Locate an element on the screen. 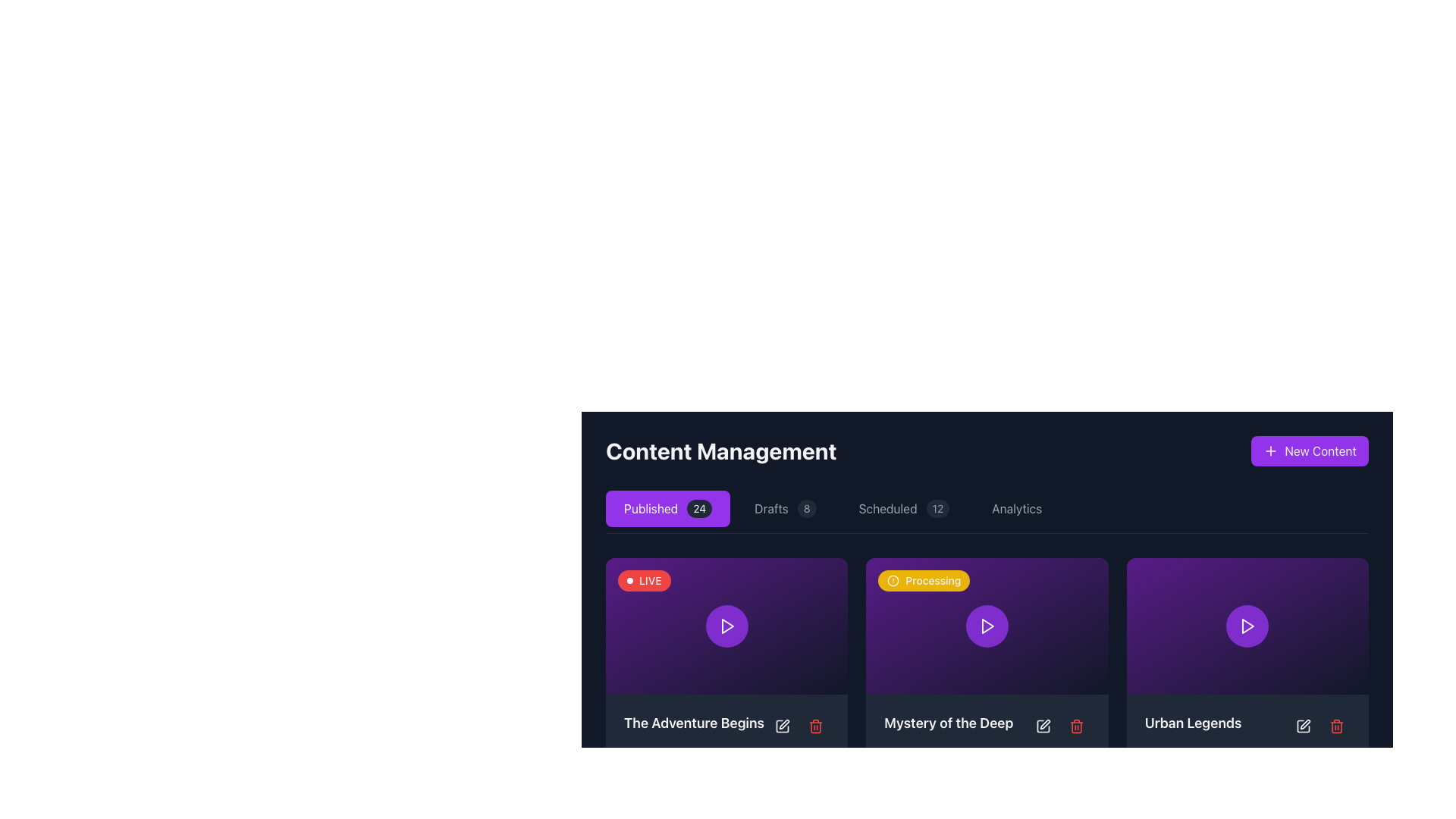 Image resolution: width=1456 pixels, height=819 pixels. the Interactive content card with a play button is located at coordinates (726, 626).